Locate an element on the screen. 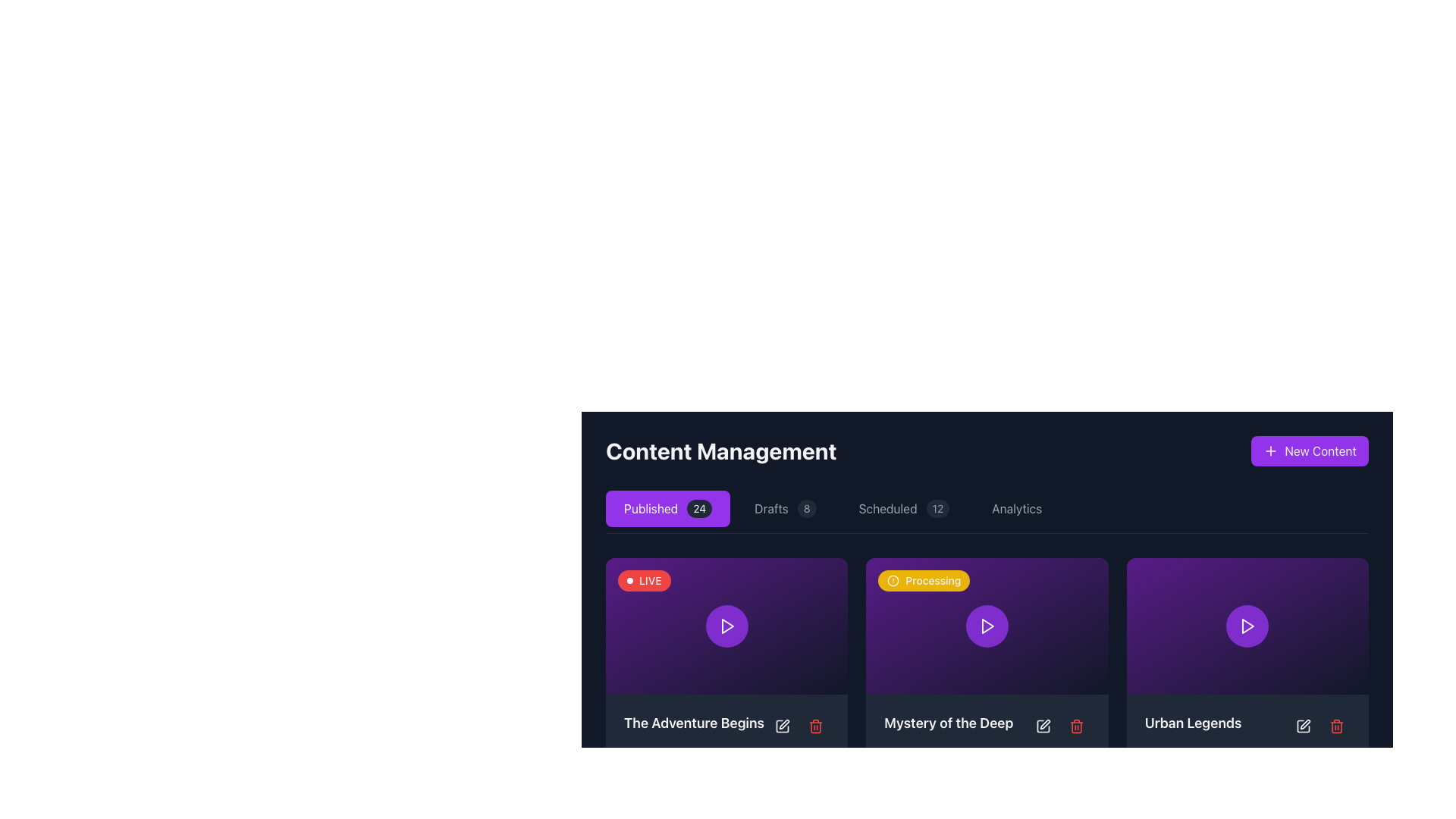 Image resolution: width=1456 pixels, height=819 pixels. the Interactive content card with a play button is located at coordinates (726, 626).